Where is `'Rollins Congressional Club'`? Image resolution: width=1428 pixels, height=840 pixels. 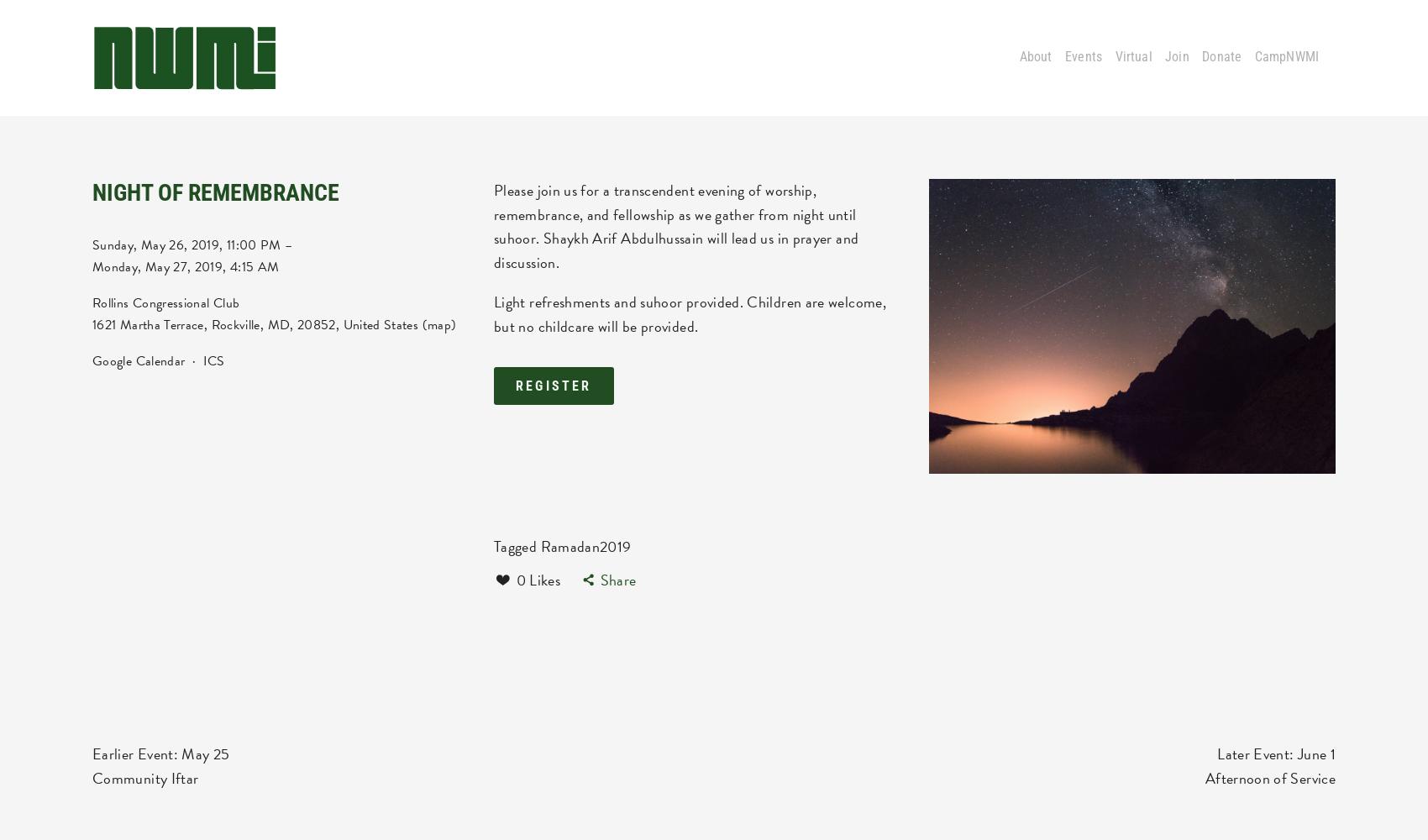 'Rollins Congressional Club' is located at coordinates (165, 302).